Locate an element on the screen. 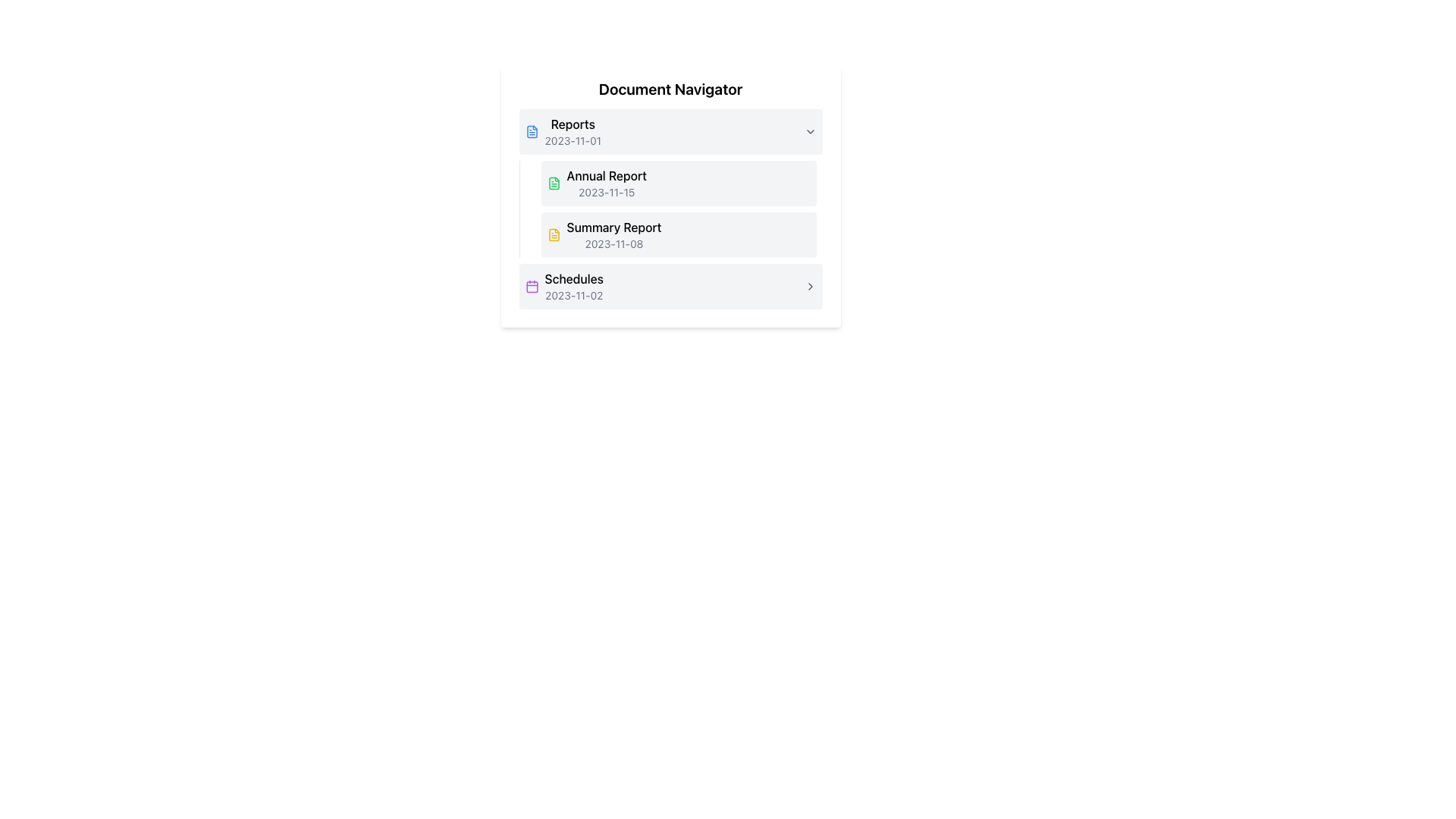 The height and width of the screenshot is (819, 1456). the document icon in the 'Document Navigator' panel that visually represents a document preceding the 'Reports' text is located at coordinates (553, 234).